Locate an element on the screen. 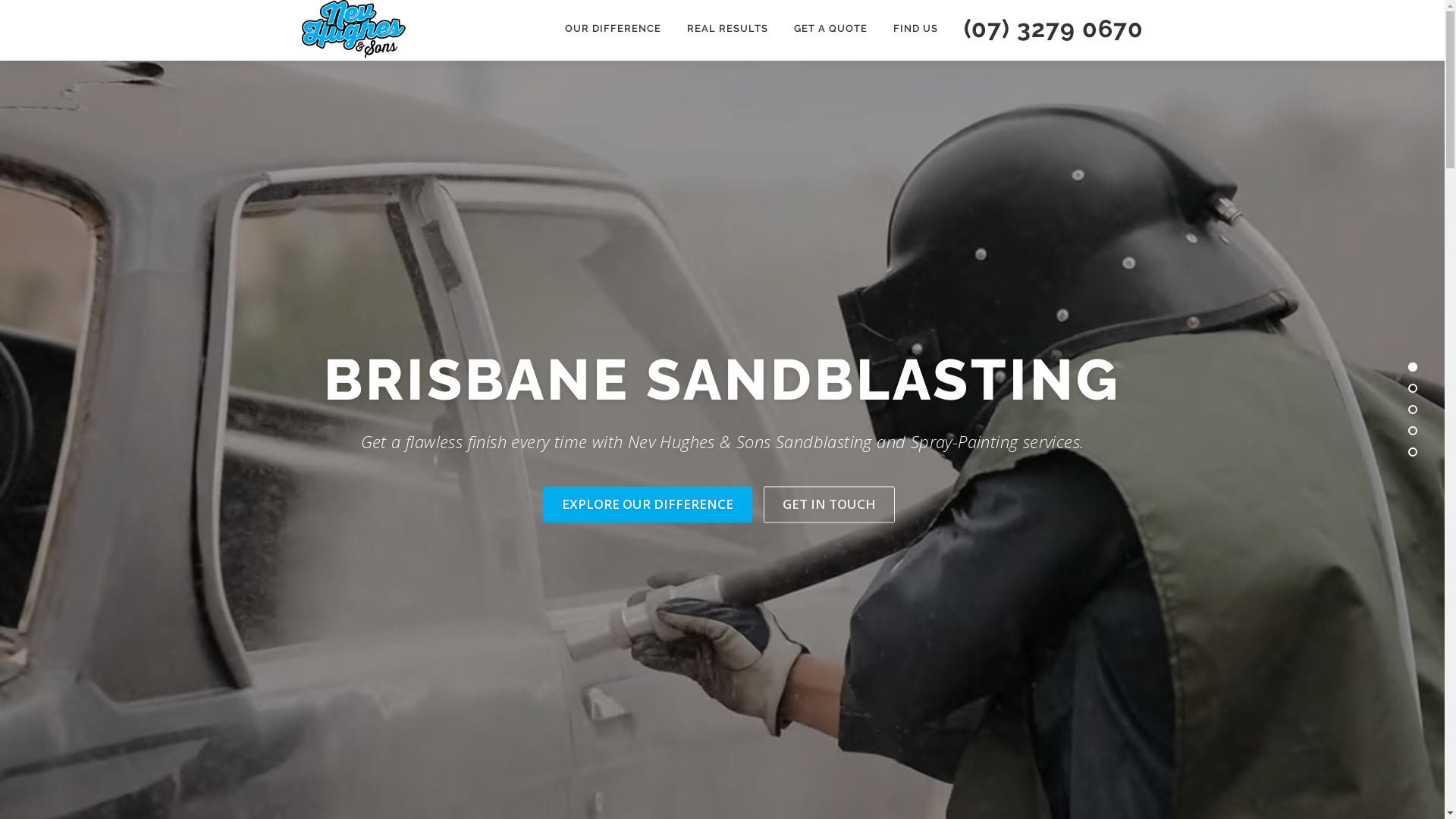  'GET A QUOTE' is located at coordinates (781, 28).